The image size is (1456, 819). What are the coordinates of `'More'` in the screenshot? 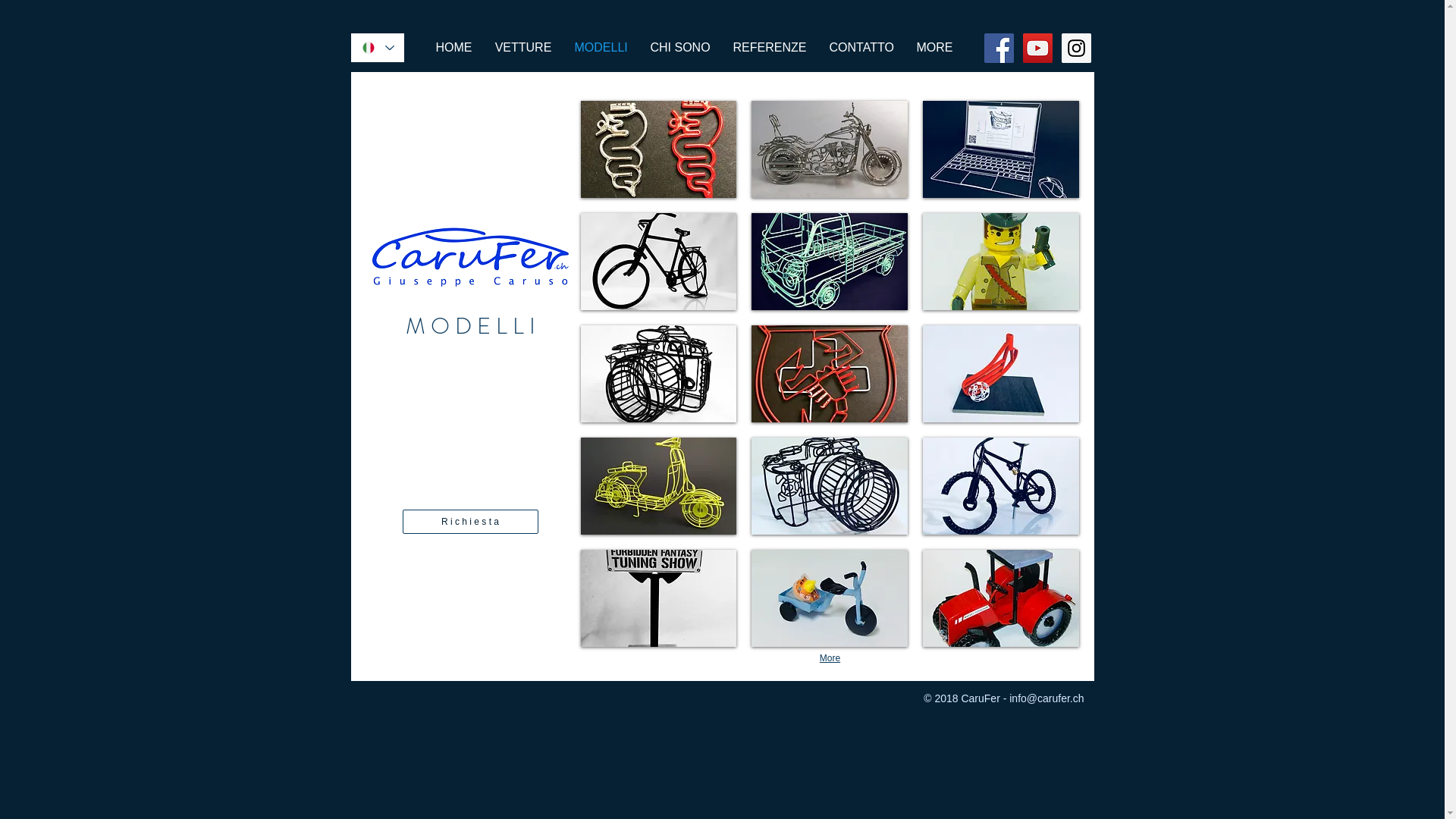 It's located at (829, 657).